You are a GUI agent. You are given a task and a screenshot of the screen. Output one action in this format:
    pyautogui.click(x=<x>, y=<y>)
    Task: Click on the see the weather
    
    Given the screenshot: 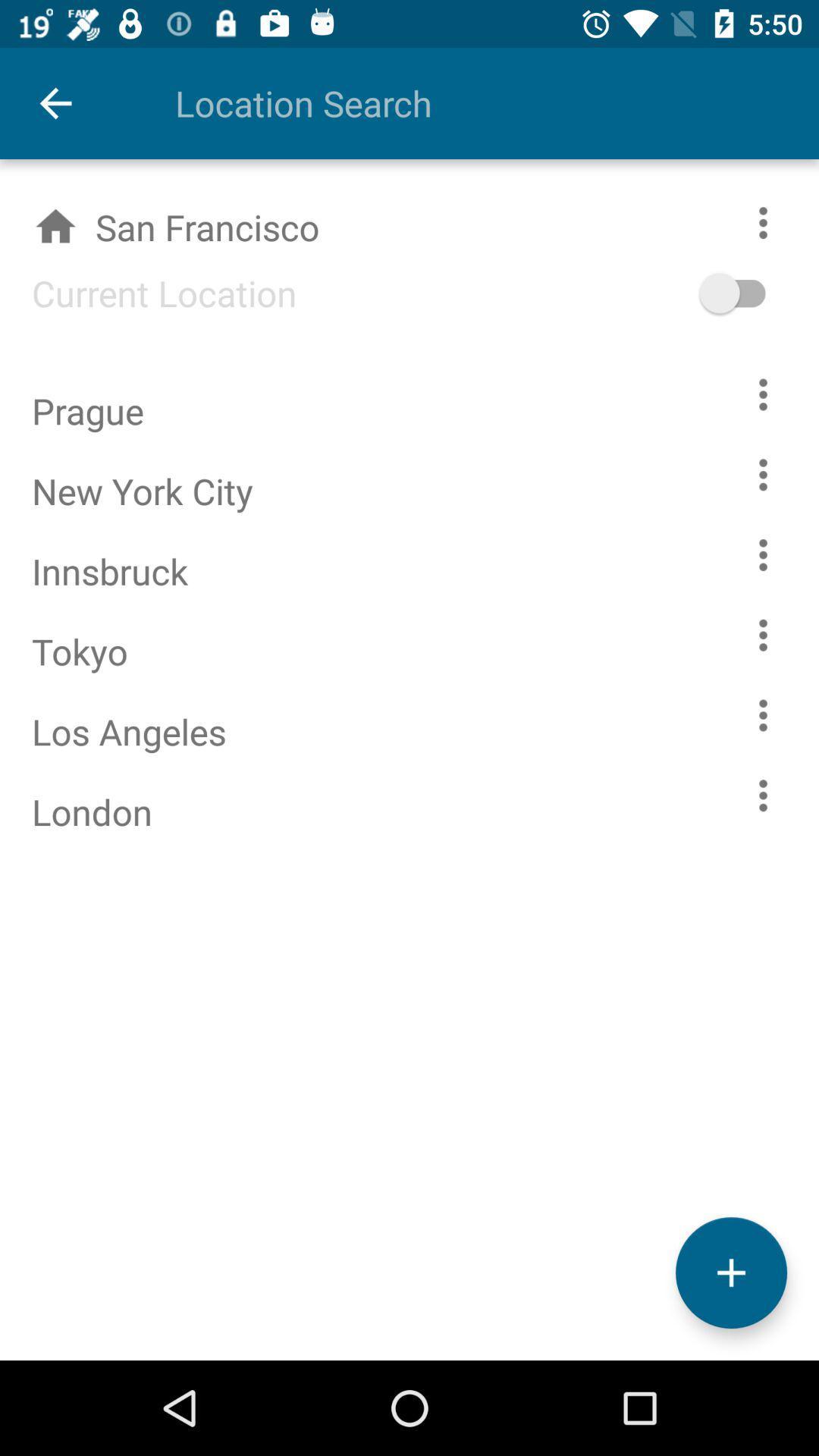 What is the action you would take?
    pyautogui.click(x=763, y=635)
    